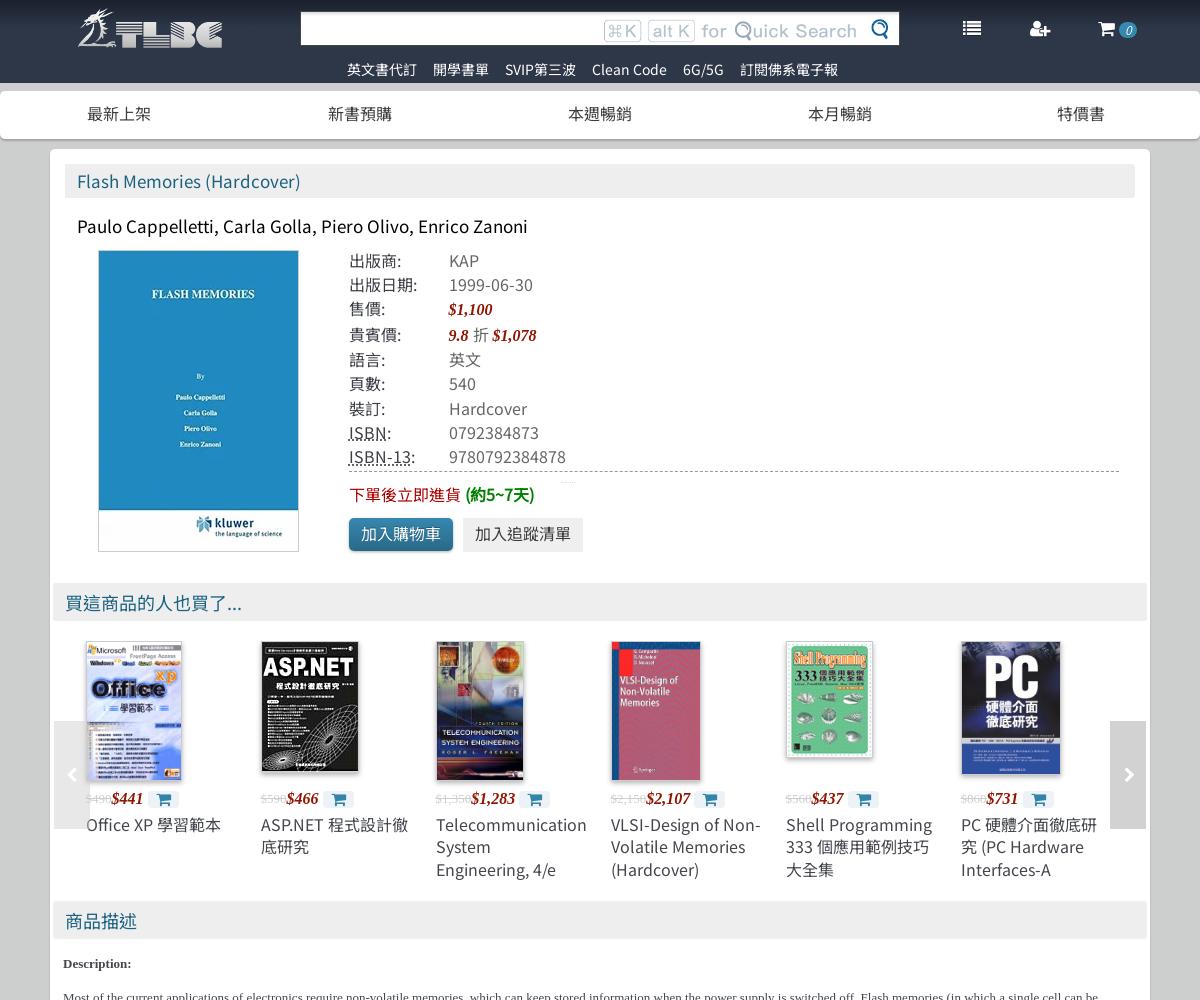 The height and width of the screenshot is (1000, 1200). Describe the element at coordinates (98, 797) in the screenshot. I see `'$490'` at that location.